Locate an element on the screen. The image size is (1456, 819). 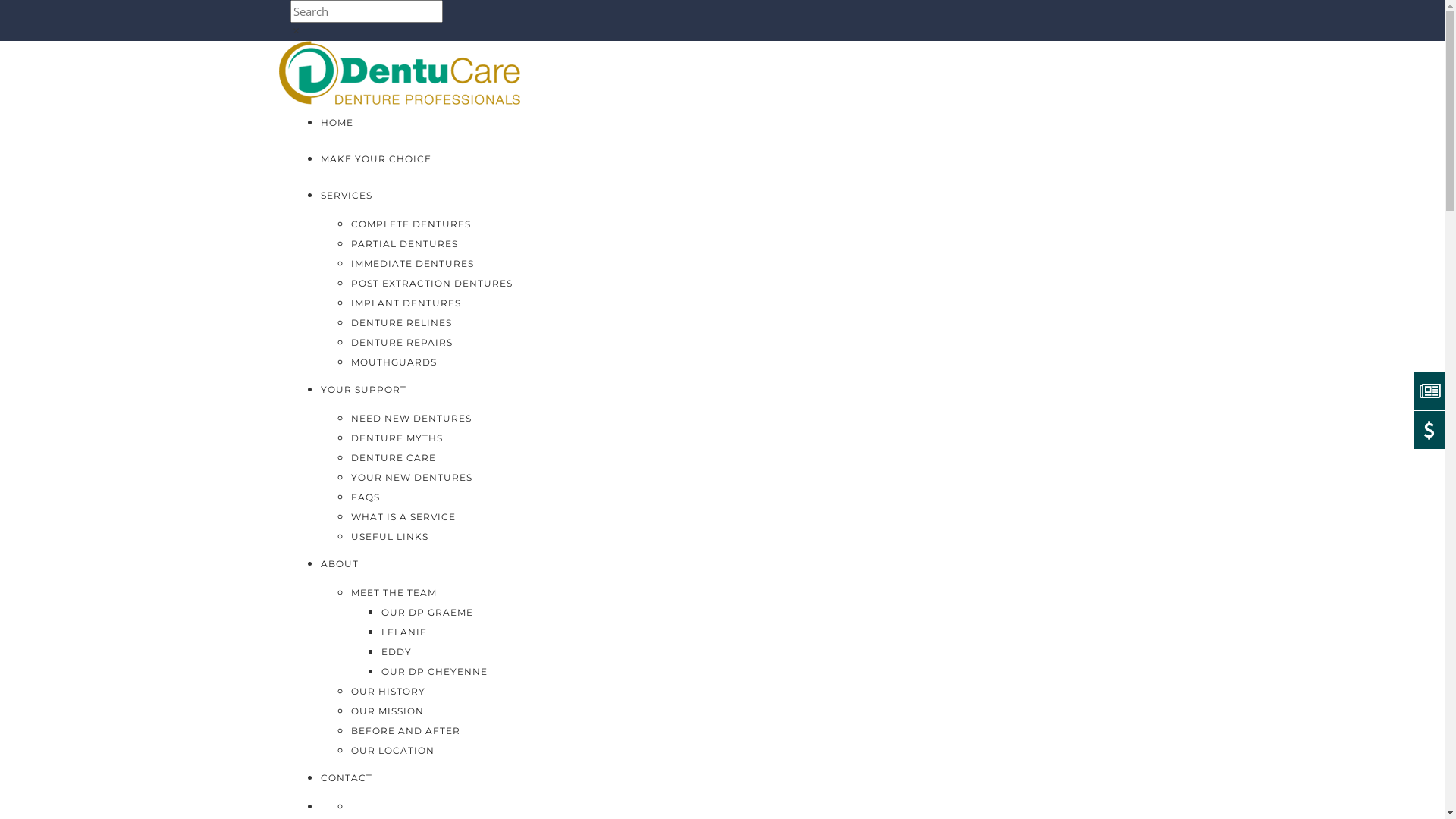
'SERVICES' is located at coordinates (345, 194).